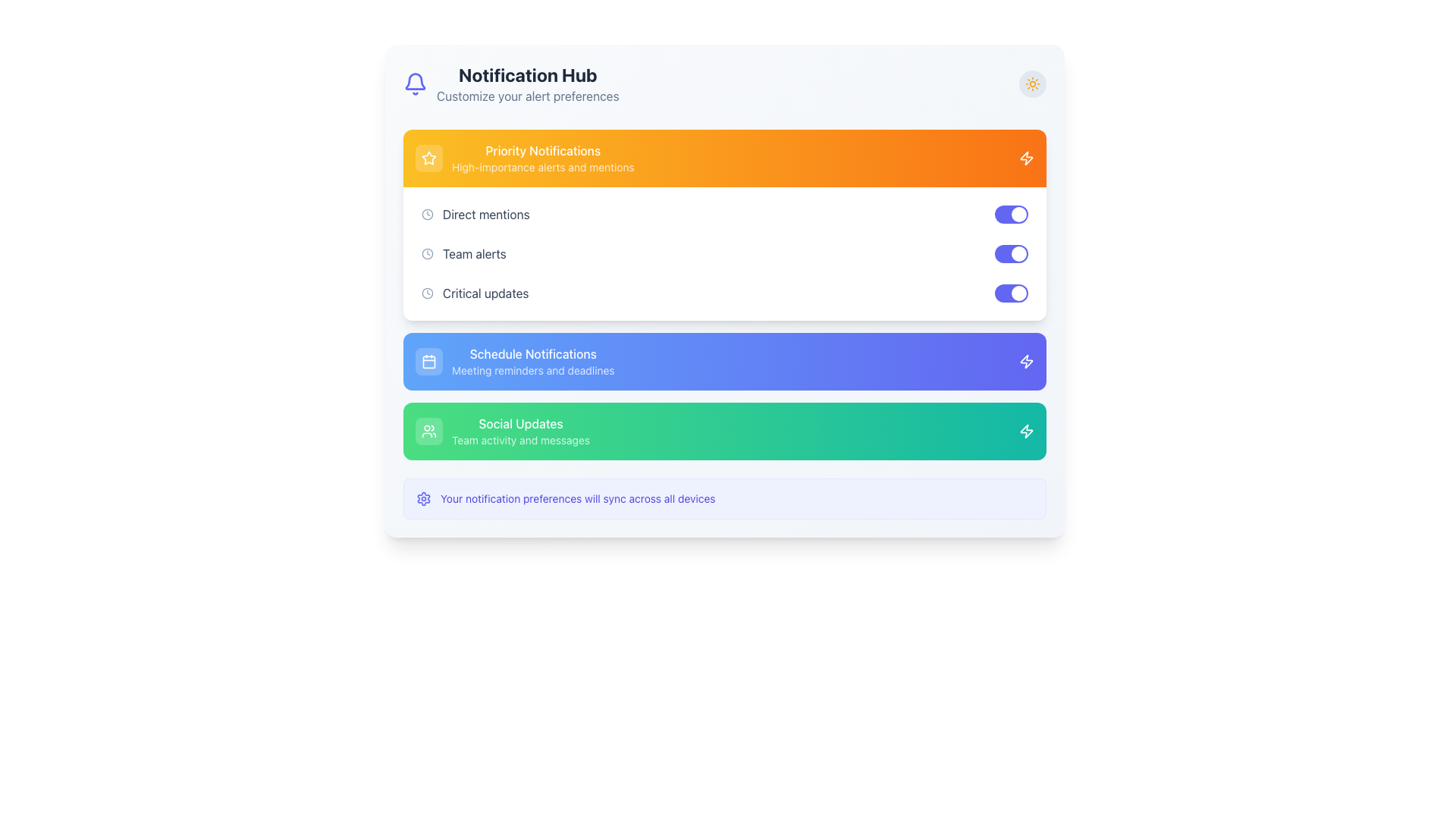  I want to click on the Notification category row labeled 'Social Updates', so click(723, 431).